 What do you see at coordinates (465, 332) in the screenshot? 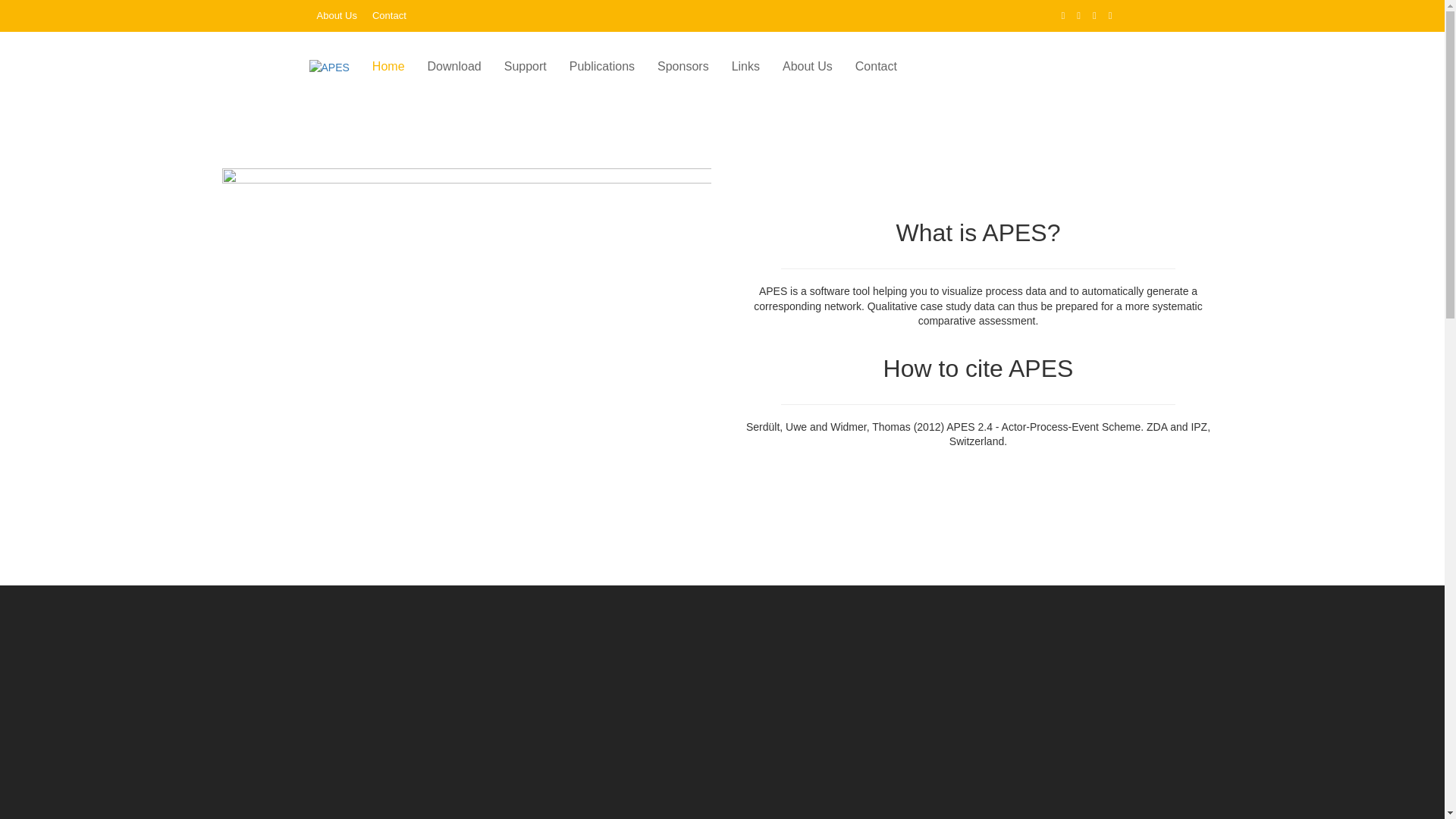
I see `'Rio_Process'` at bounding box center [465, 332].